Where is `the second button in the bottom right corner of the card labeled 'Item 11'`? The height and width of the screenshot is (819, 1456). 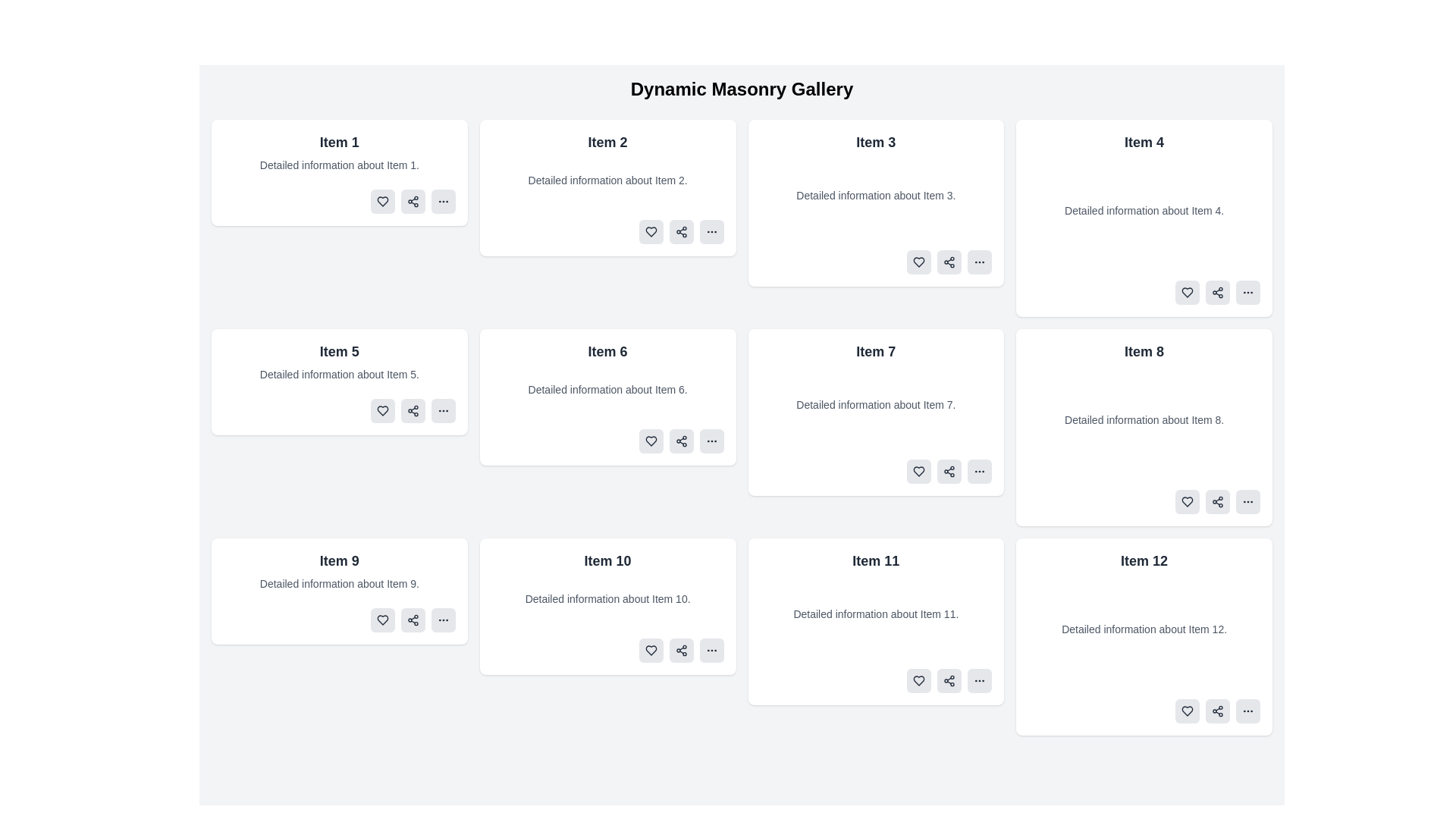
the second button in the bottom right corner of the card labeled 'Item 11' is located at coordinates (949, 680).